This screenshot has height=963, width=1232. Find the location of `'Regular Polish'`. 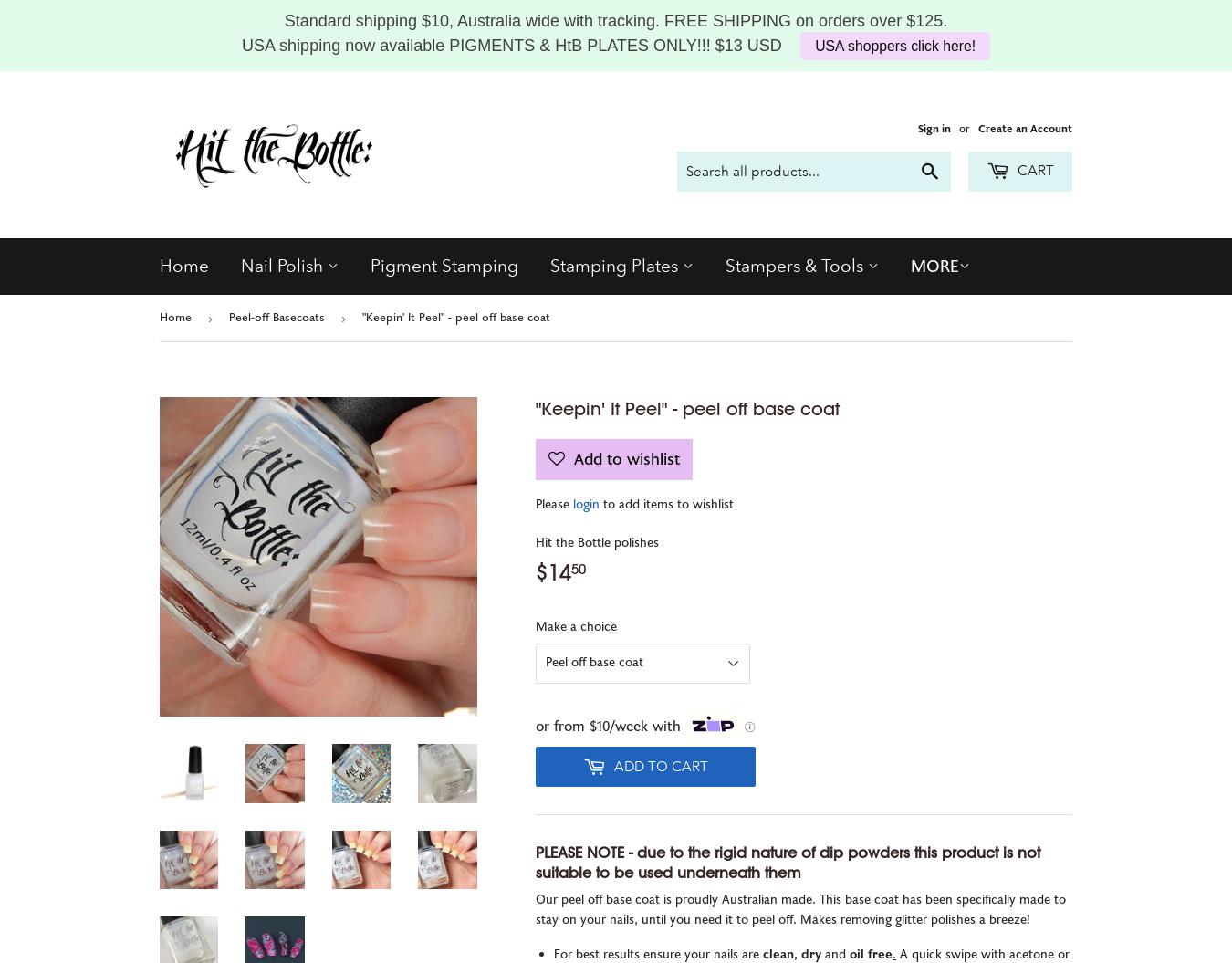

'Regular Polish' is located at coordinates (297, 547).